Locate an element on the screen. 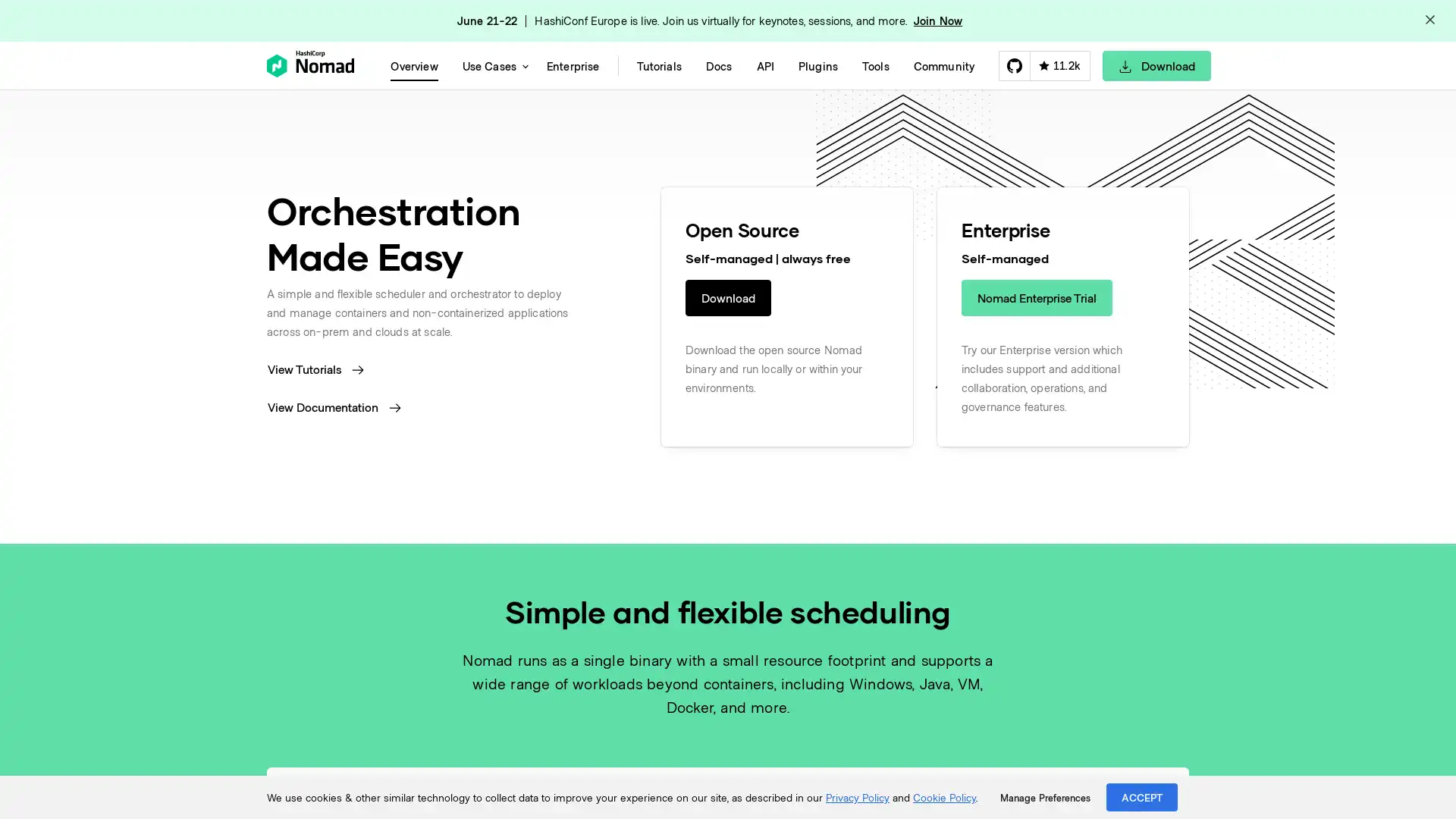 This screenshot has height=819, width=1456. ACCEPT is located at coordinates (1142, 796).